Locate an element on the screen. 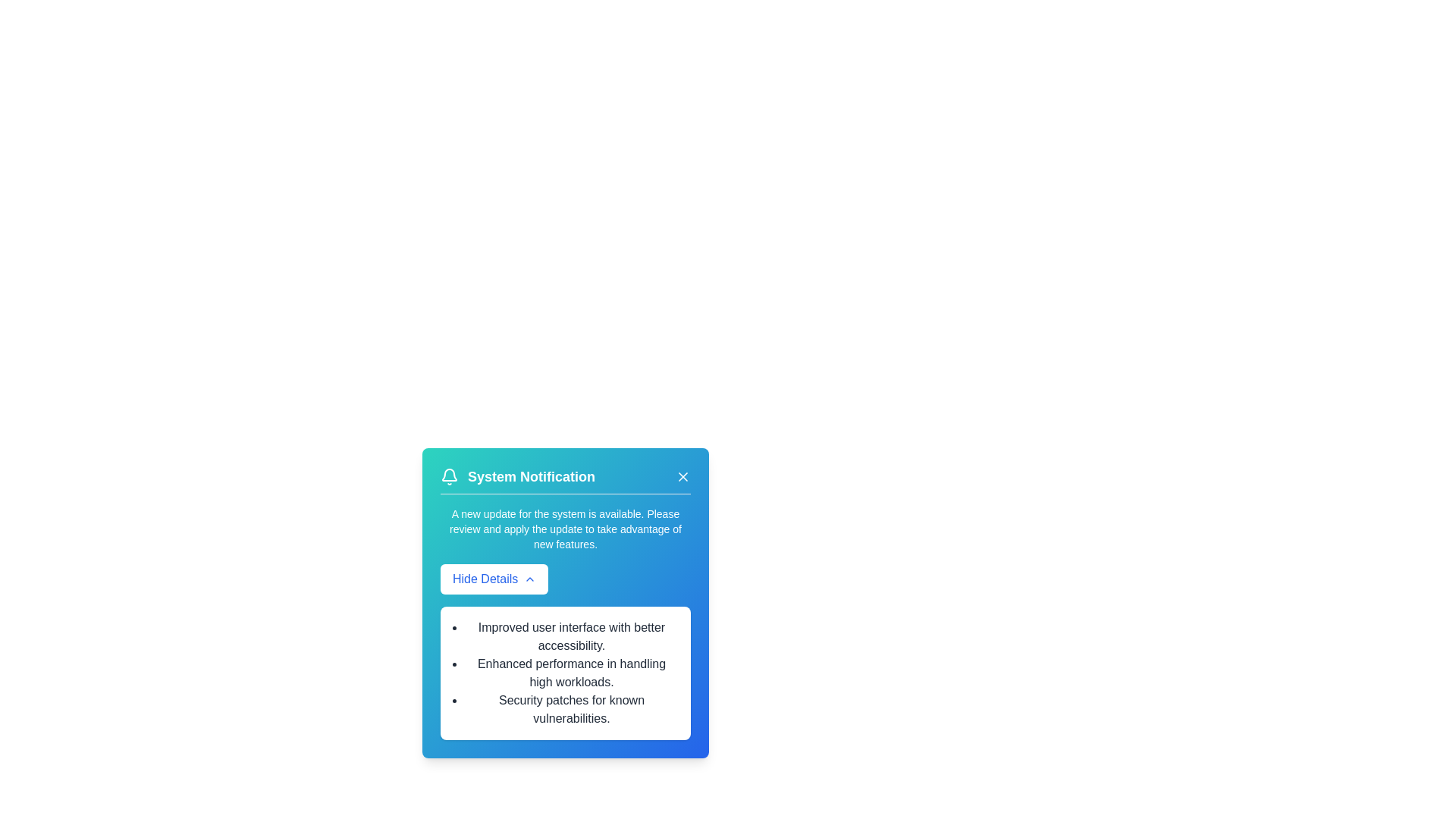 This screenshot has width=1456, height=819. the close button of the notification card is located at coordinates (682, 475).